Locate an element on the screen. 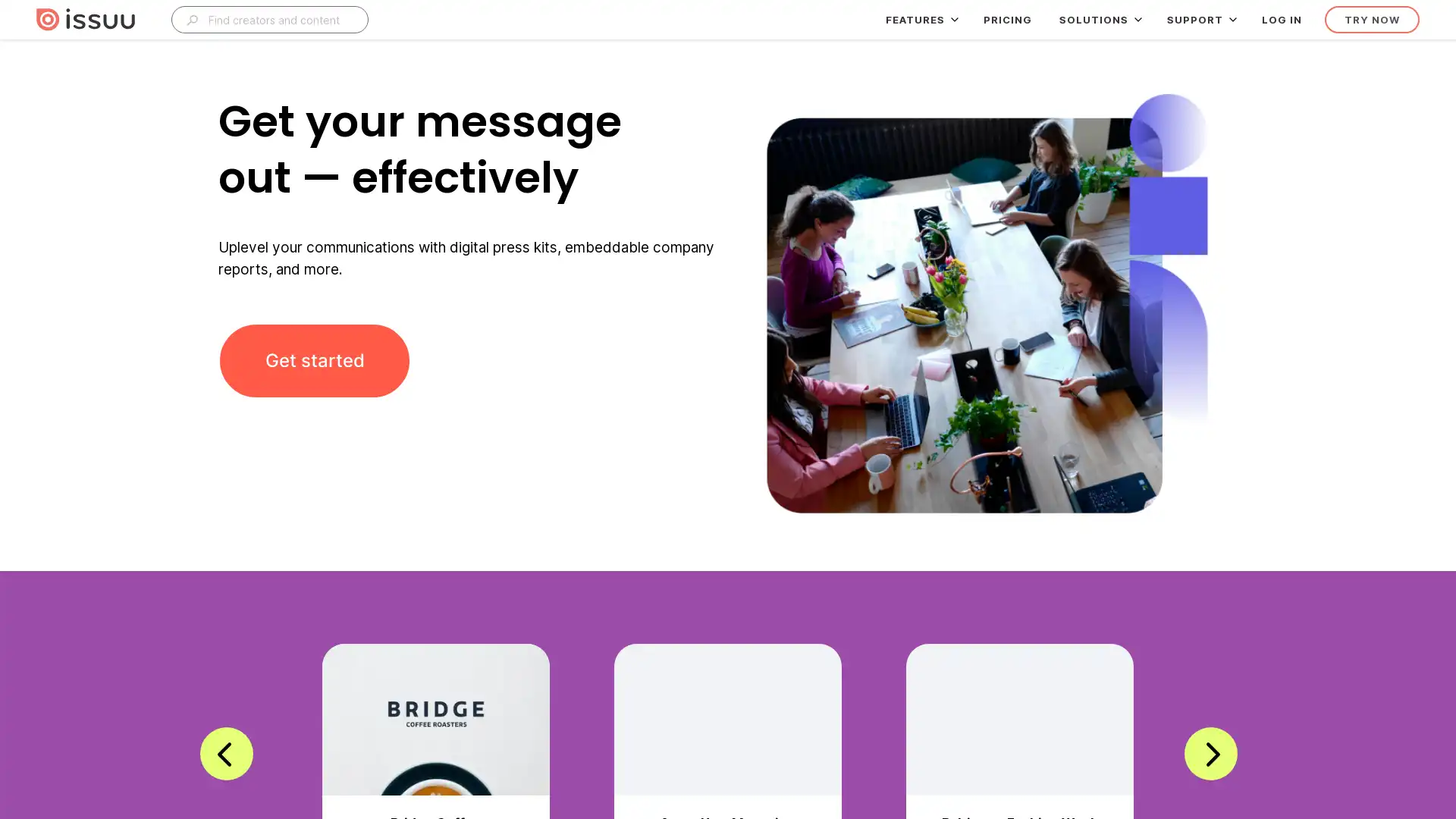  previous is located at coordinates (225, 754).